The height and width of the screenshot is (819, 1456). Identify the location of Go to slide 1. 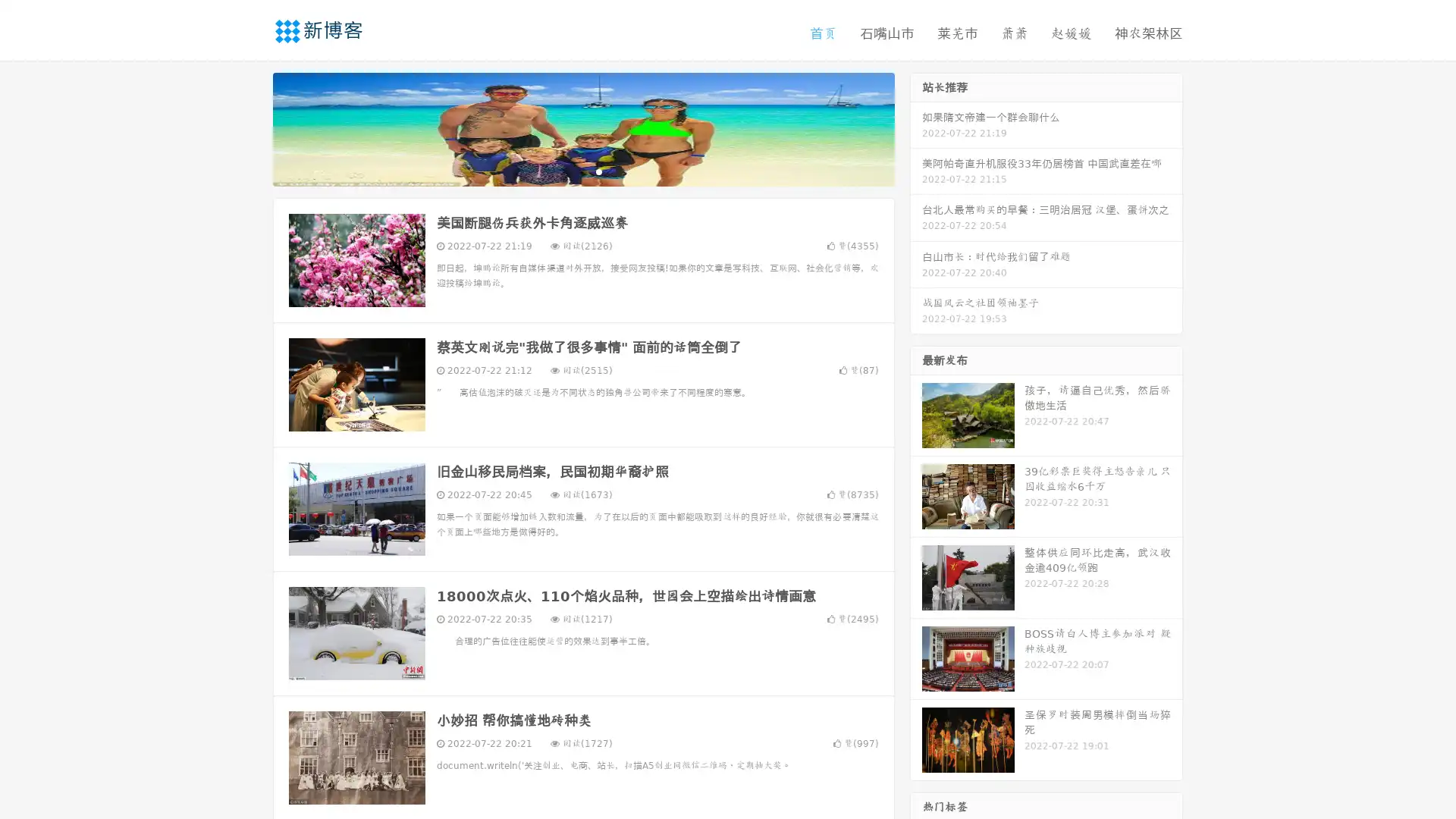
(567, 171).